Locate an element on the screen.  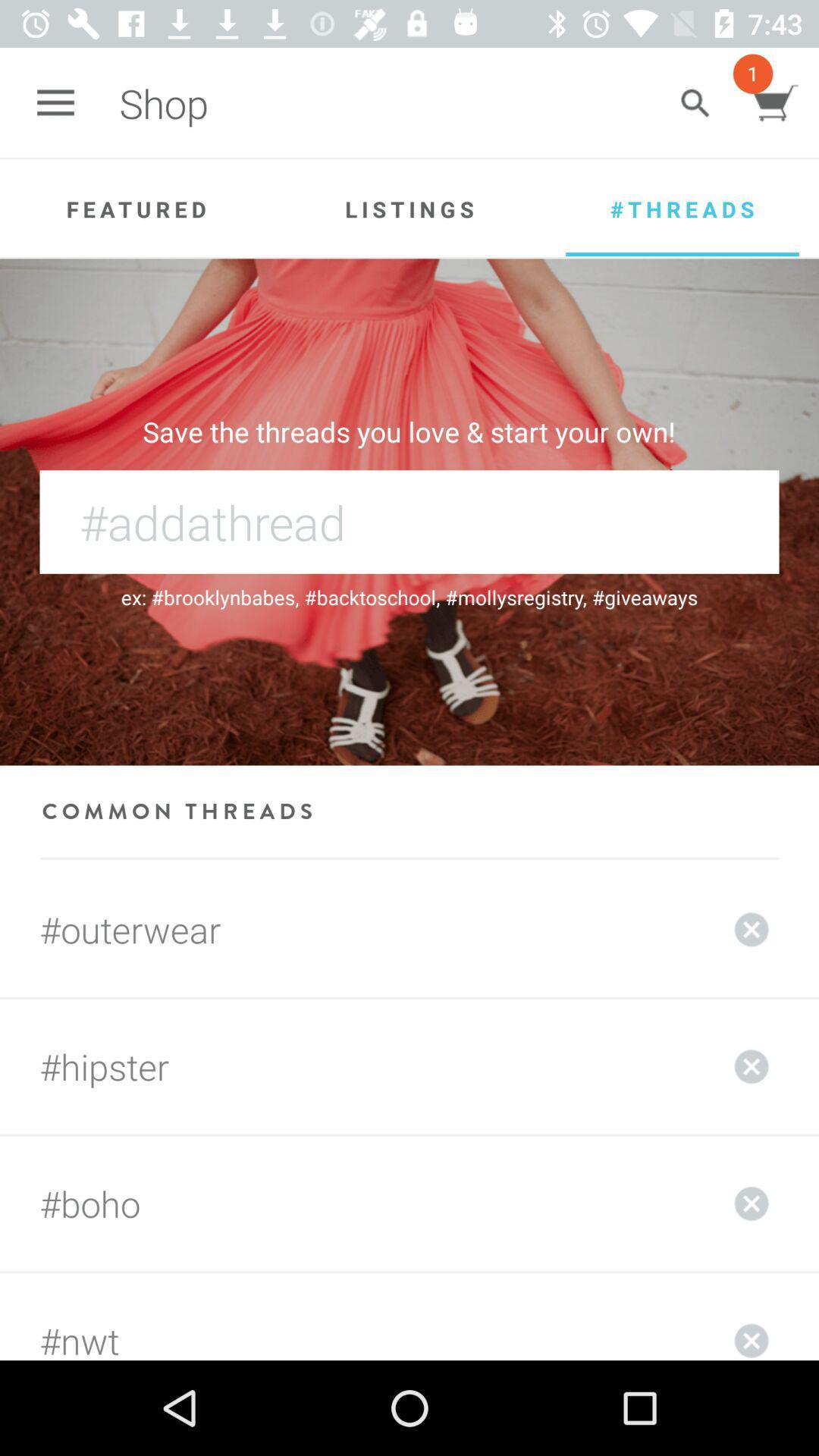
to delete the order is located at coordinates (752, 928).